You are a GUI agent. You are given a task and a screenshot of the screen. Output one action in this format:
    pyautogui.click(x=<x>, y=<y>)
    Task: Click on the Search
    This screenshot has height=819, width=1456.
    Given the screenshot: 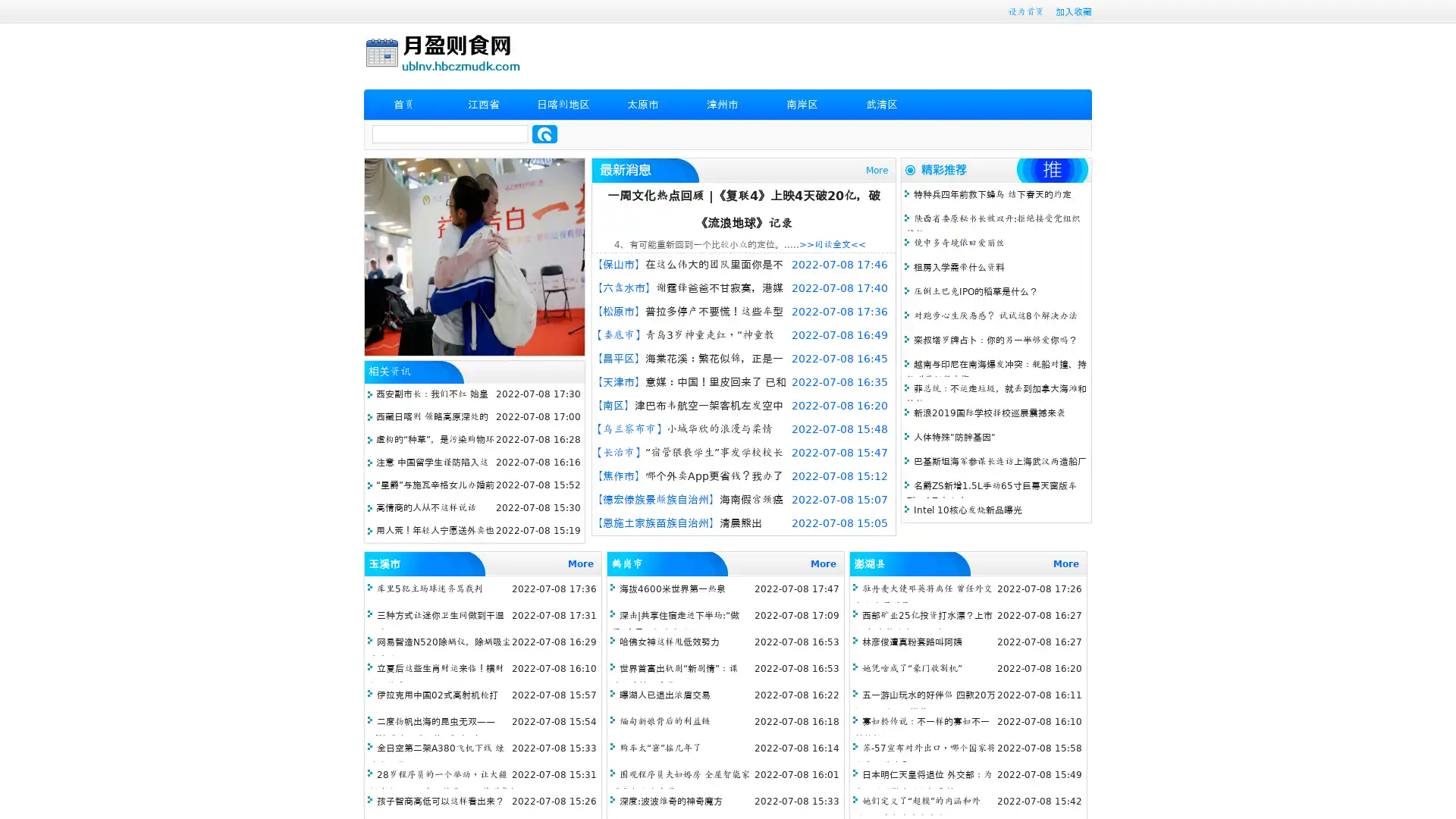 What is the action you would take?
    pyautogui.click(x=544, y=133)
    